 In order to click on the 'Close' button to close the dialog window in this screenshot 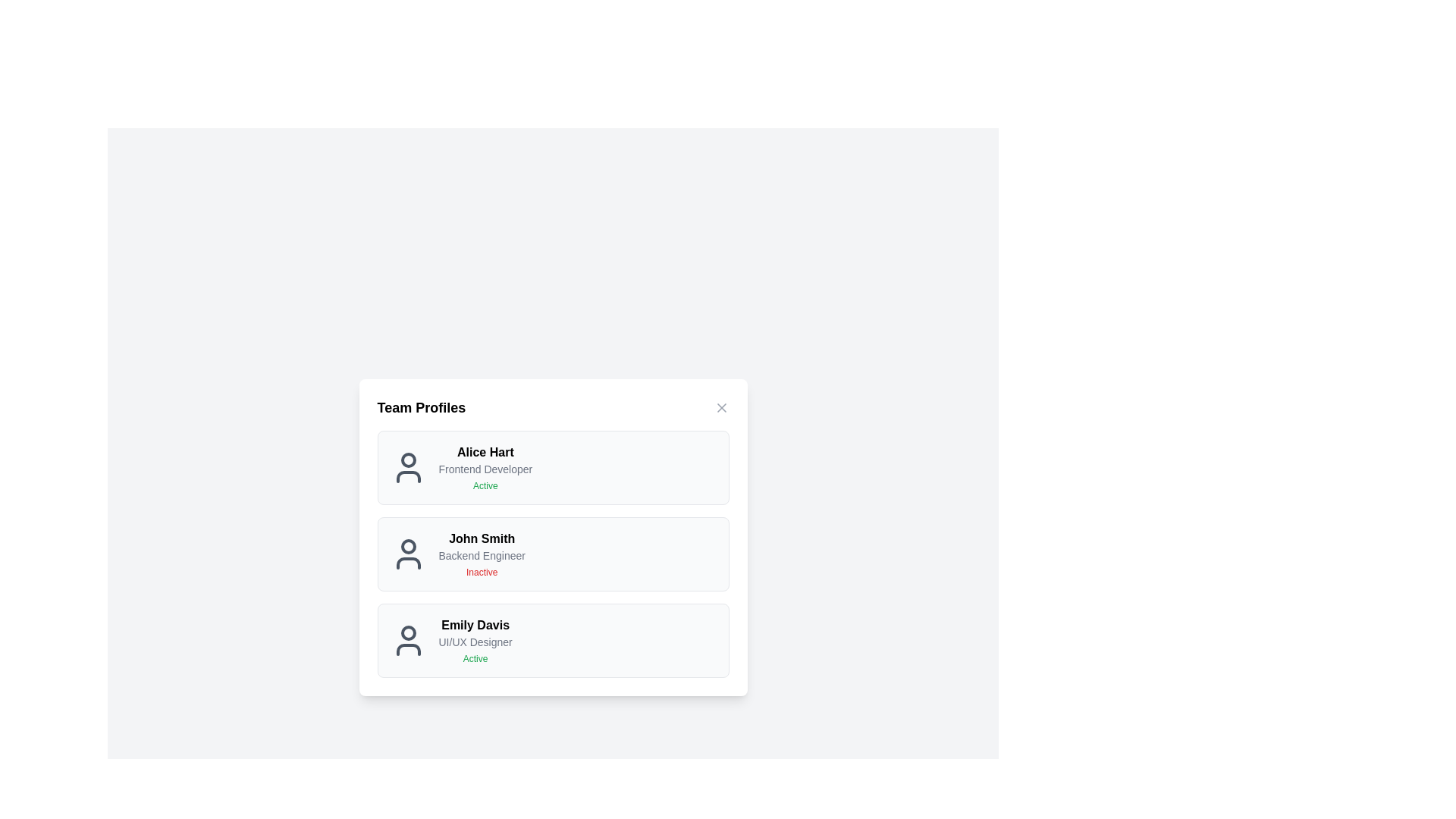, I will do `click(720, 406)`.